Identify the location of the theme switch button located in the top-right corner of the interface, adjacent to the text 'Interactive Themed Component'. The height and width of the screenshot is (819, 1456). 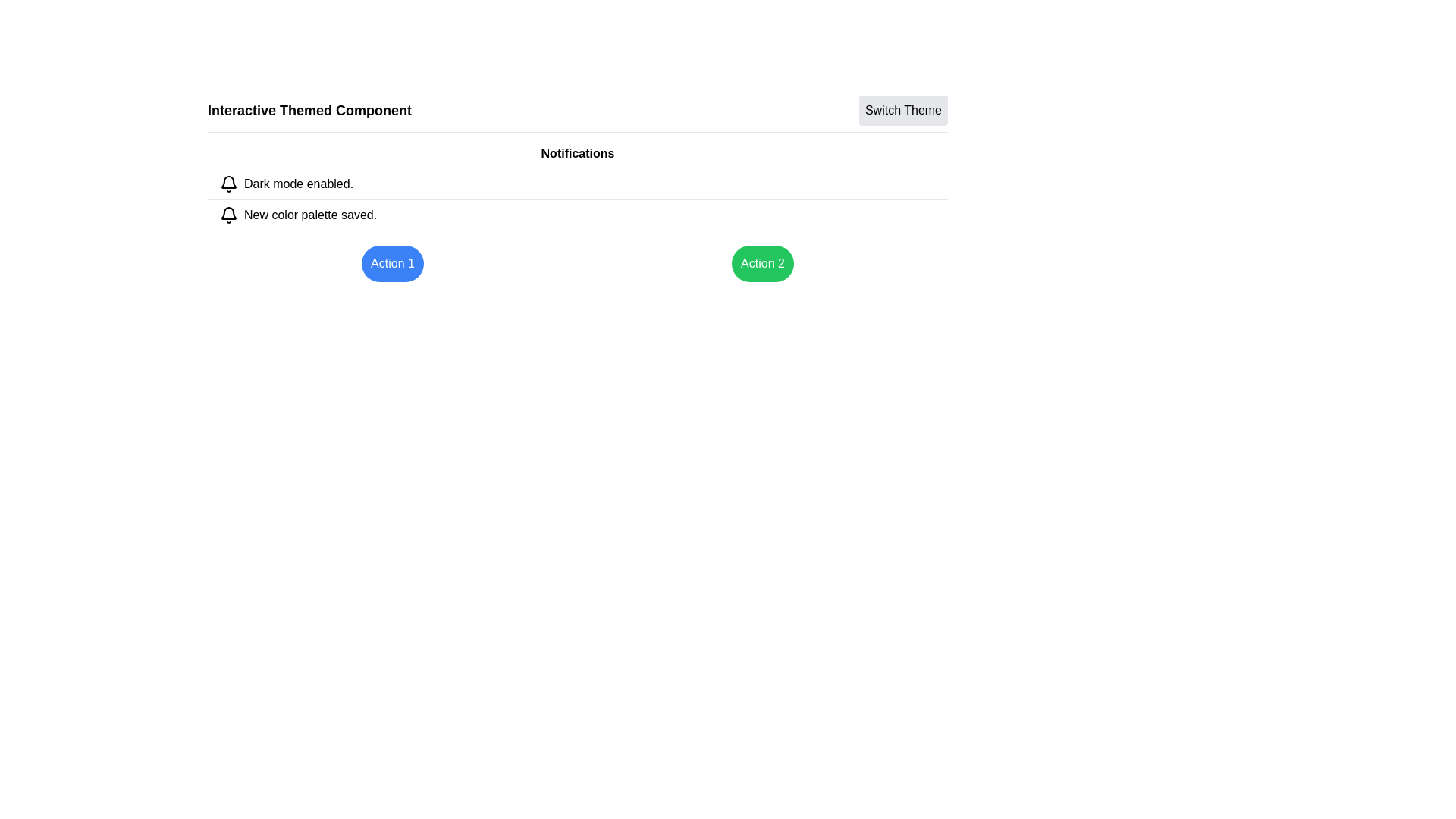
(903, 110).